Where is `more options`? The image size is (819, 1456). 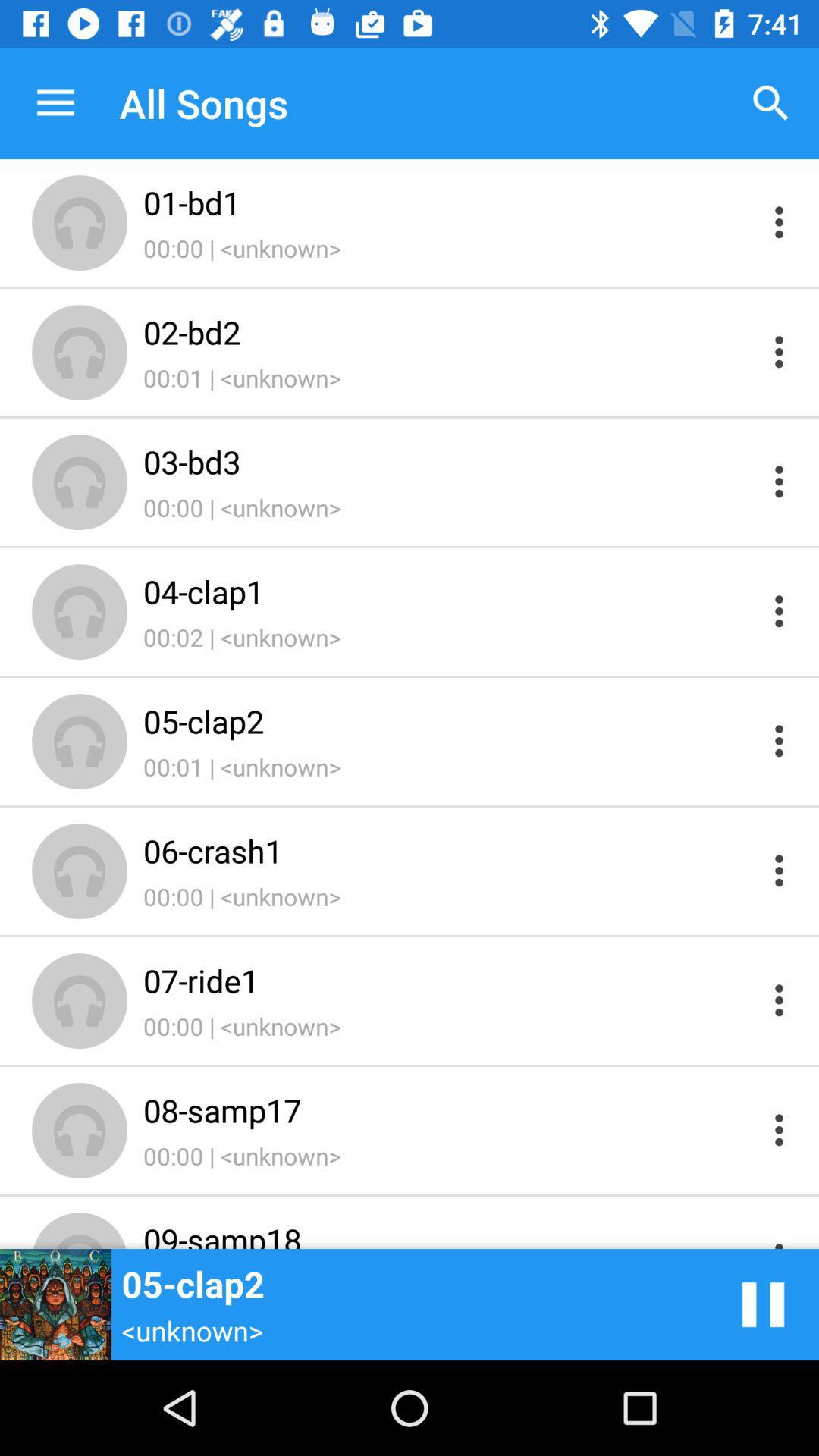 more options is located at coordinates (779, 871).